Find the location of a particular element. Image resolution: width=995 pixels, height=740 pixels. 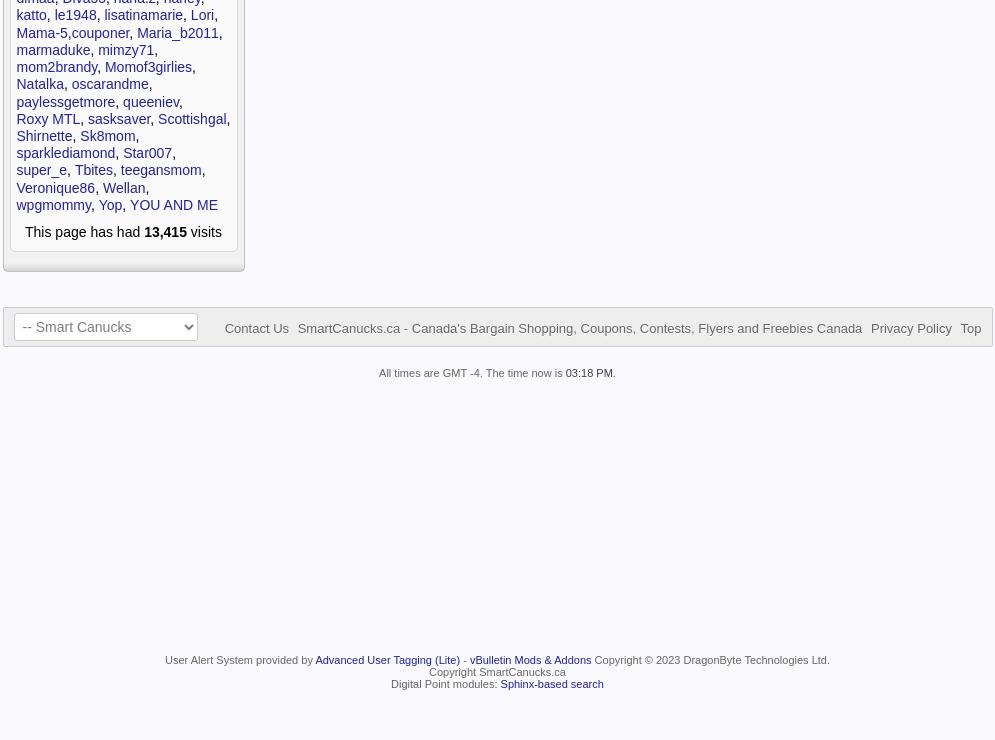

'Copyright © 2023 DragonByte Technologies Ltd.' is located at coordinates (710, 660).